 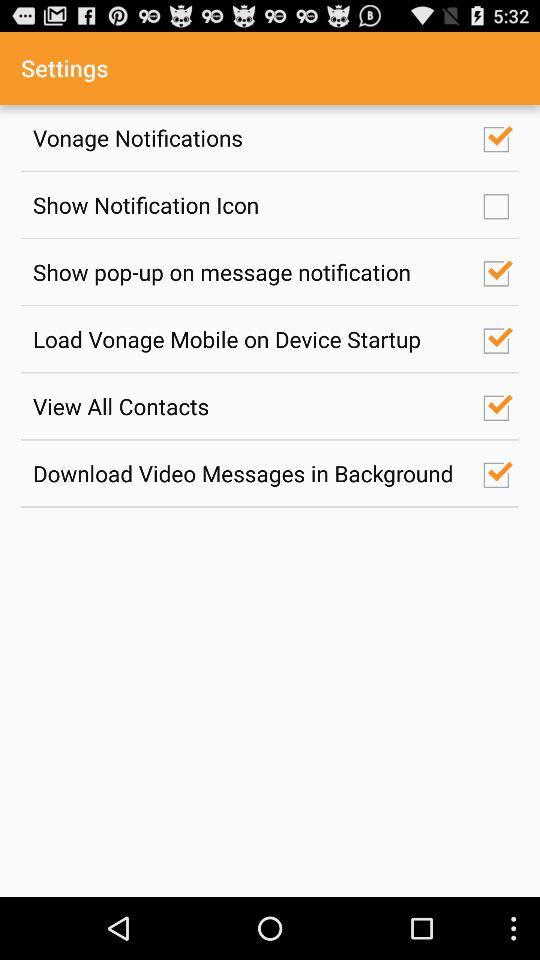 I want to click on the icon below settings, so click(x=247, y=136).